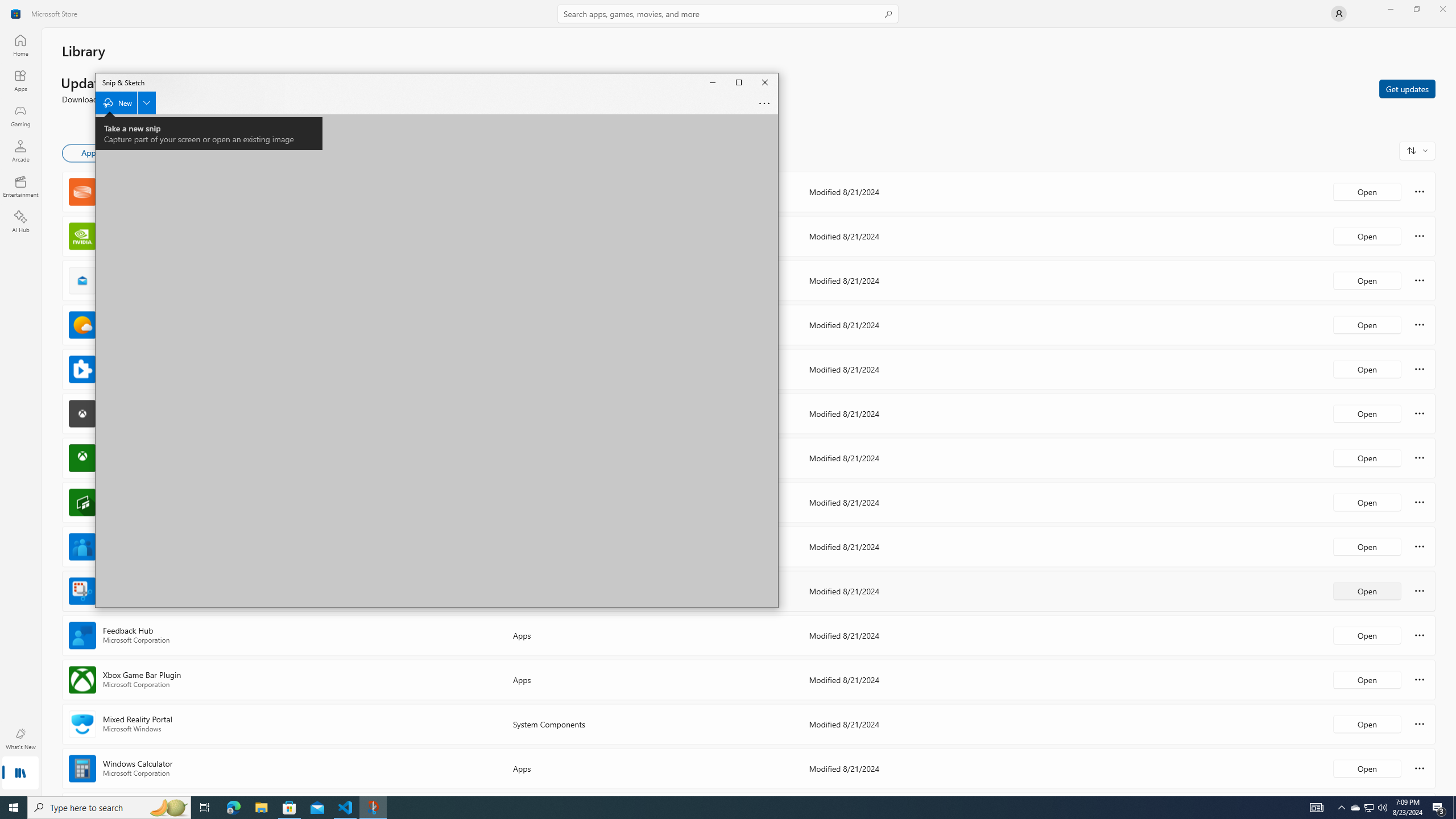  I want to click on 'Minimize Microsoft Store', so click(1389, 9).